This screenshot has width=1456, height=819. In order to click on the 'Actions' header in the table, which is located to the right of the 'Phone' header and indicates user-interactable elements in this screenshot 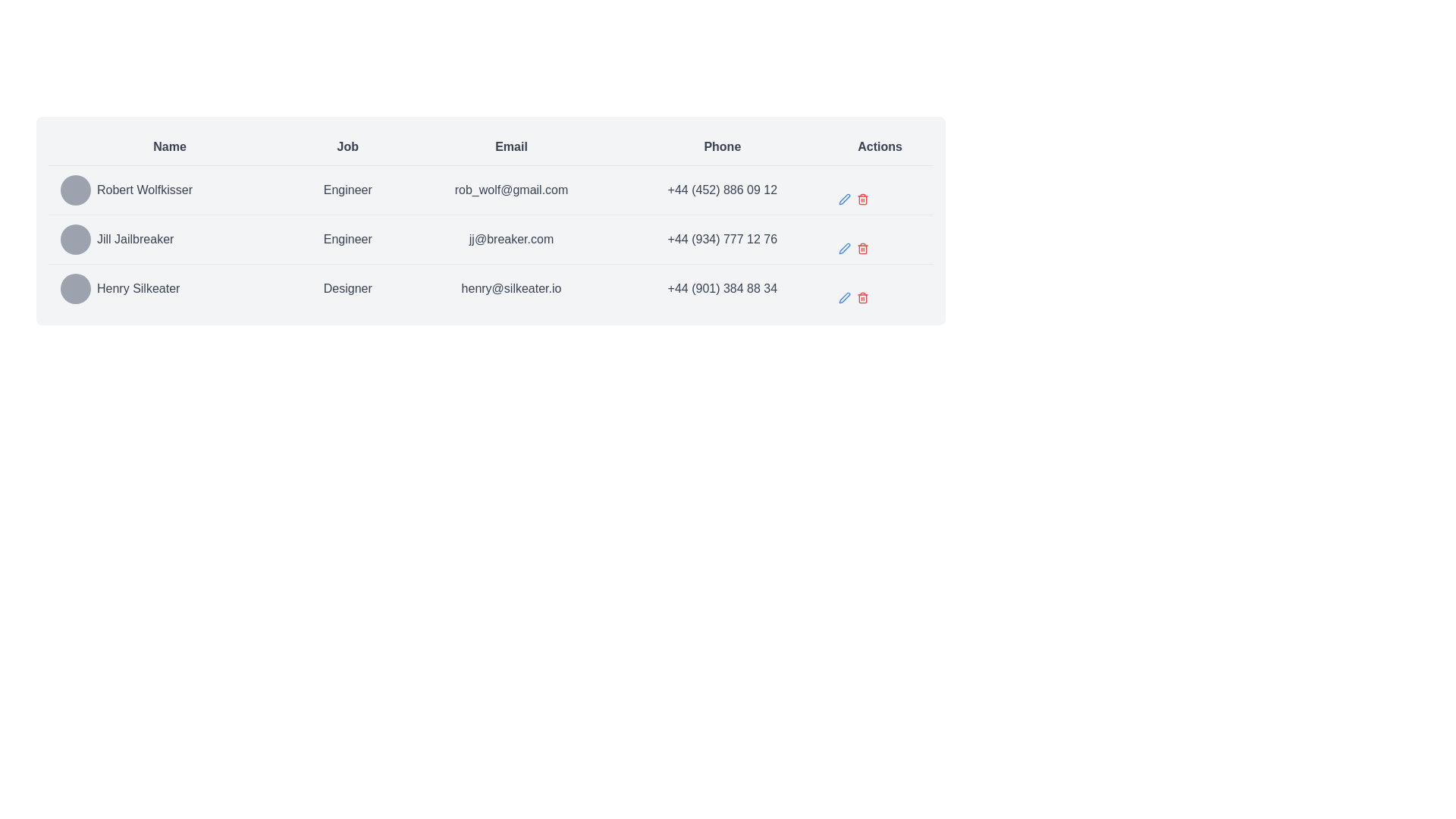, I will do `click(880, 147)`.